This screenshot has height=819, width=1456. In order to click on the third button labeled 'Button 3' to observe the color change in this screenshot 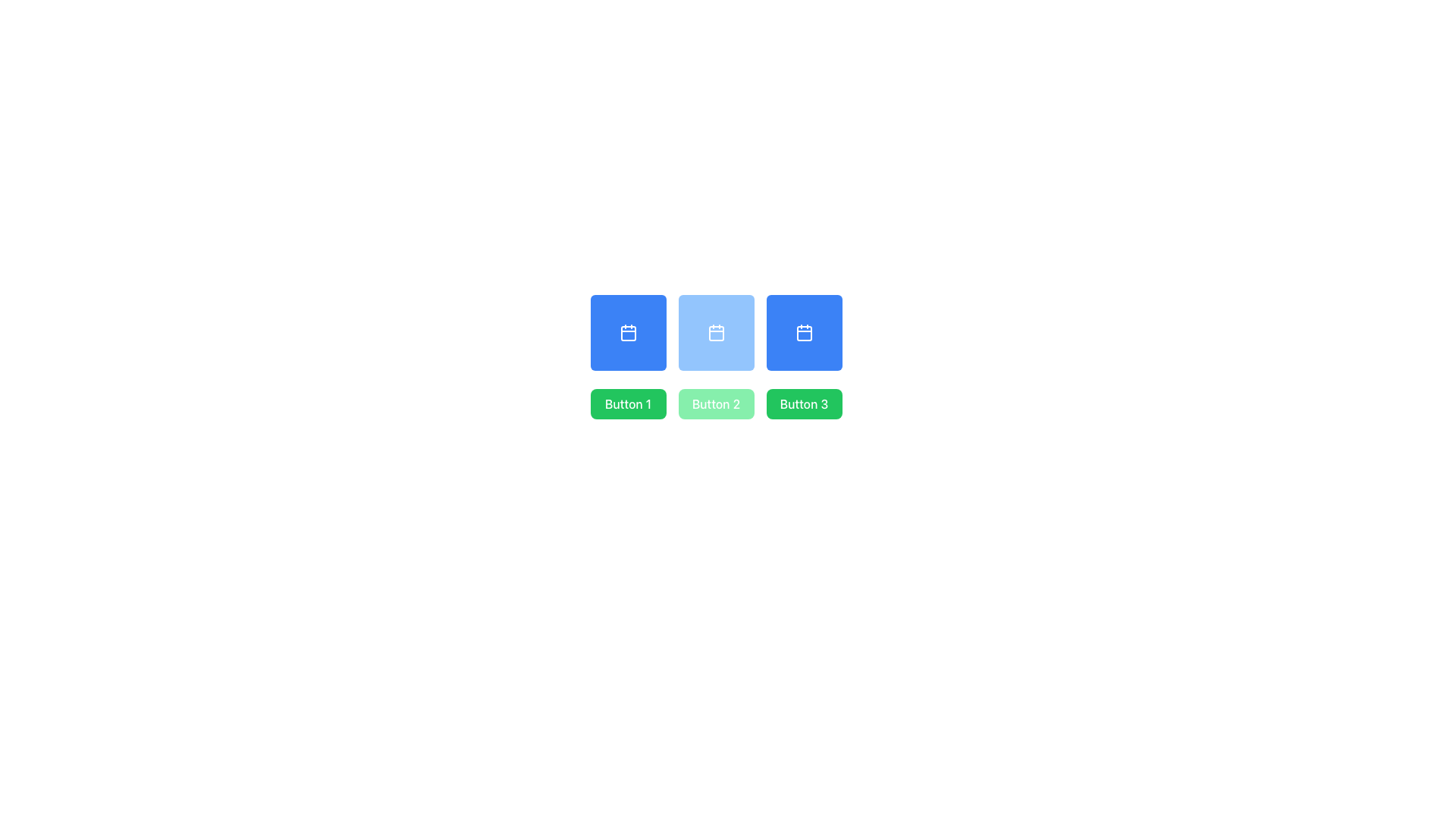, I will do `click(803, 403)`.